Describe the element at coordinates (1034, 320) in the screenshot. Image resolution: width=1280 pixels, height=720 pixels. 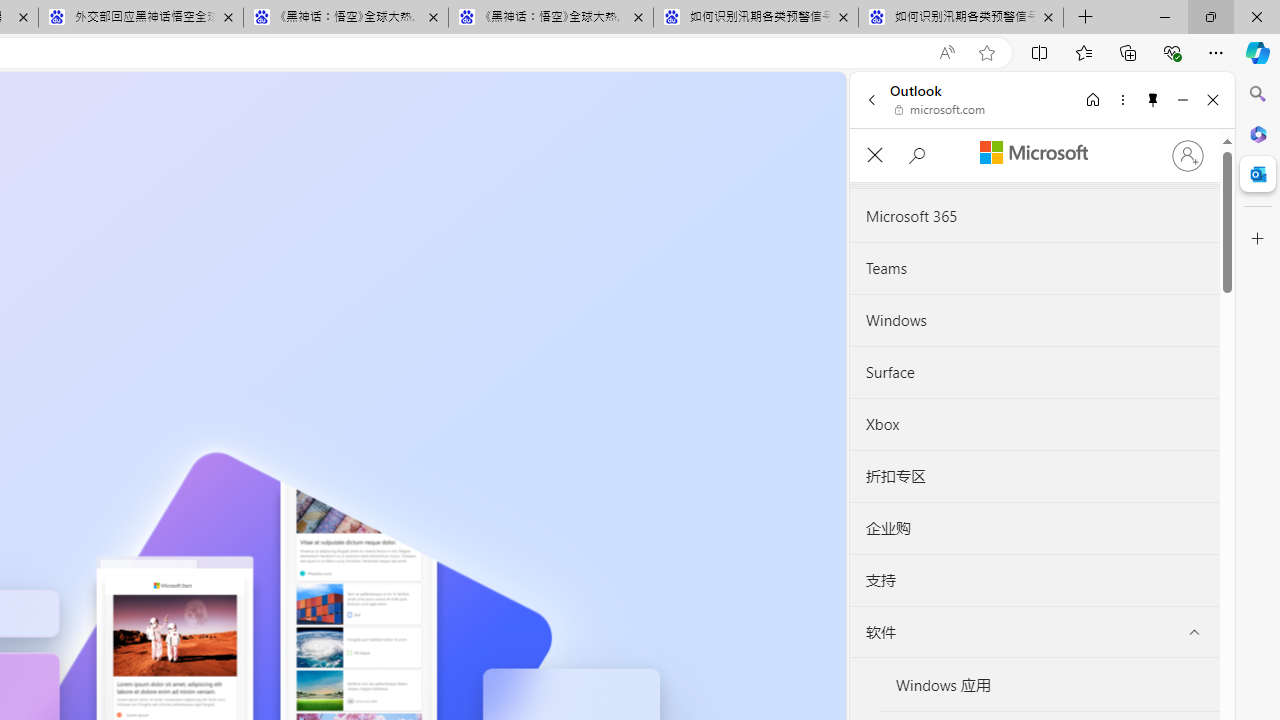
I see `'Windows'` at that location.